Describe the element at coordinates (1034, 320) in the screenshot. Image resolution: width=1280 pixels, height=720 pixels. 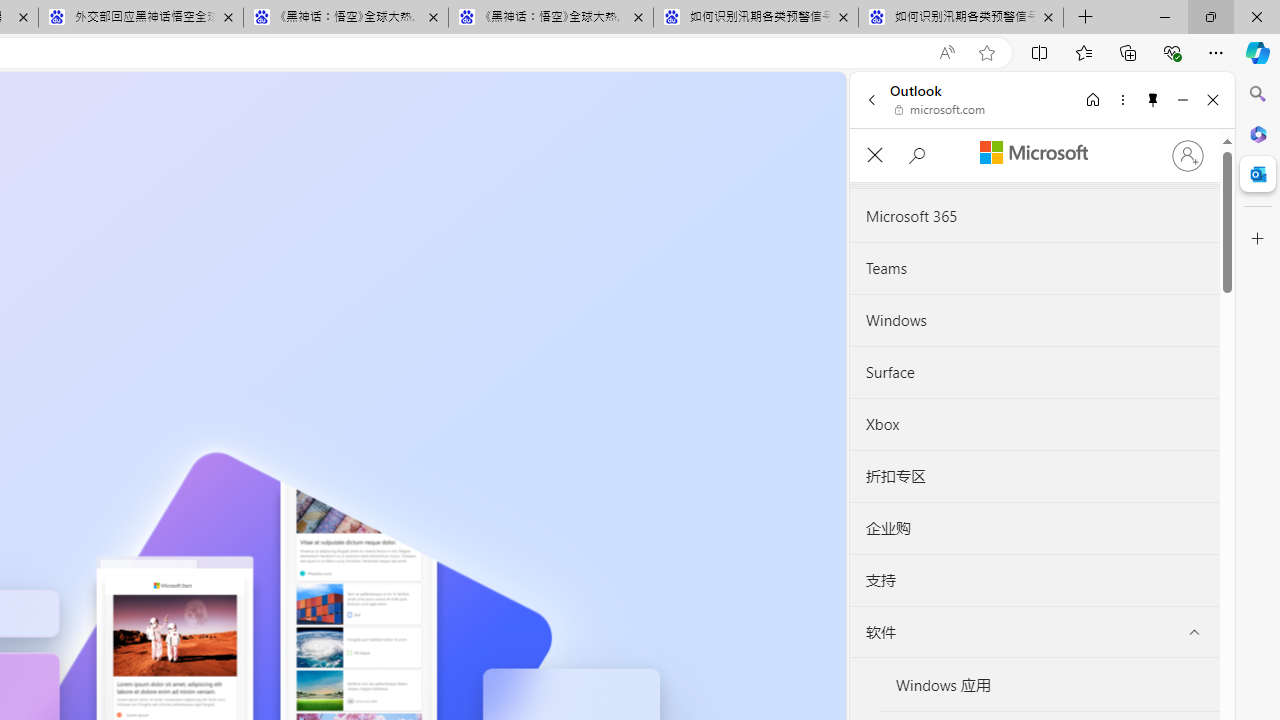
I see `'Windows'` at that location.